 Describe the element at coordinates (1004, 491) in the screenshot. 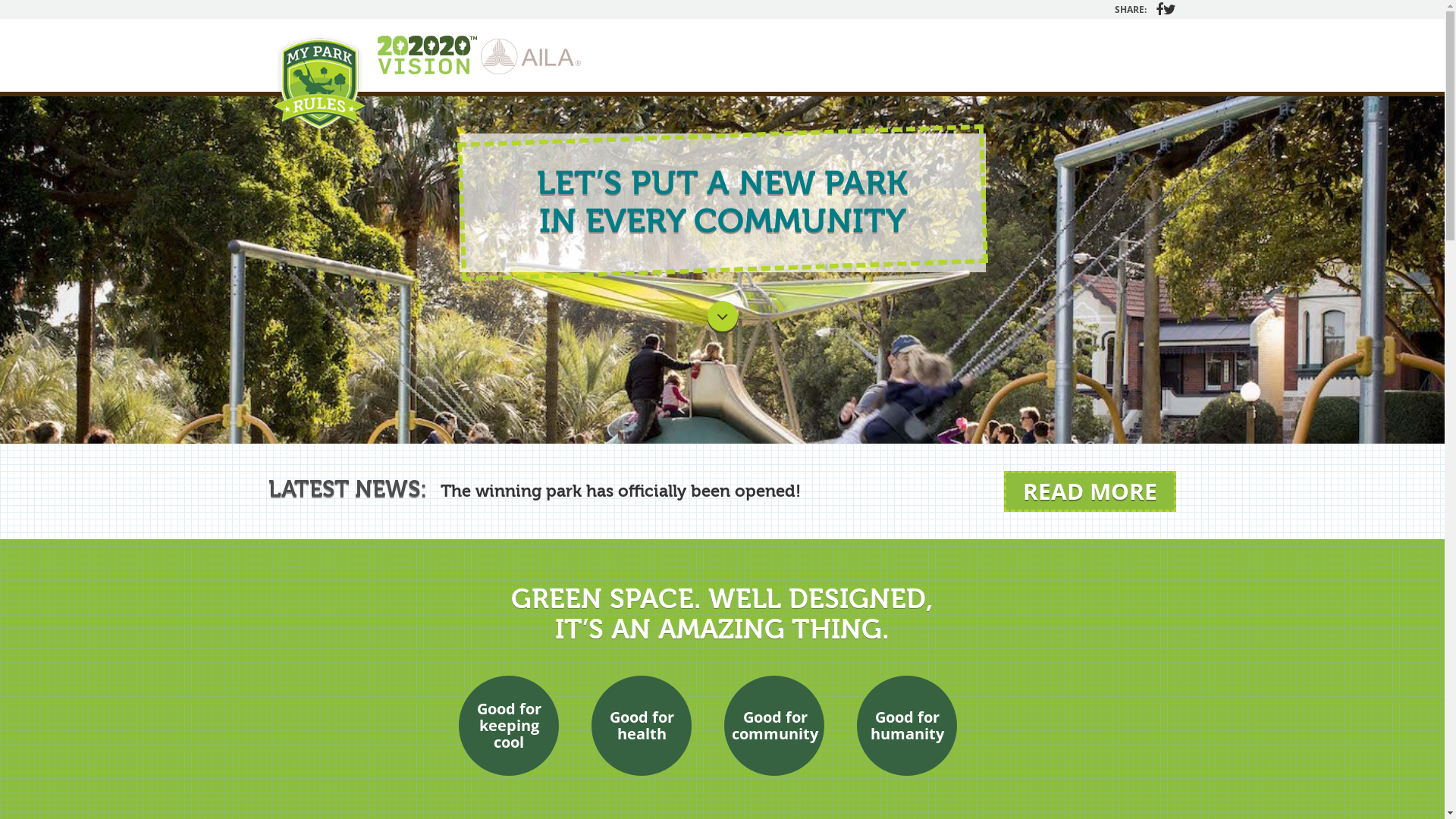

I see `'READ MORE'` at that location.